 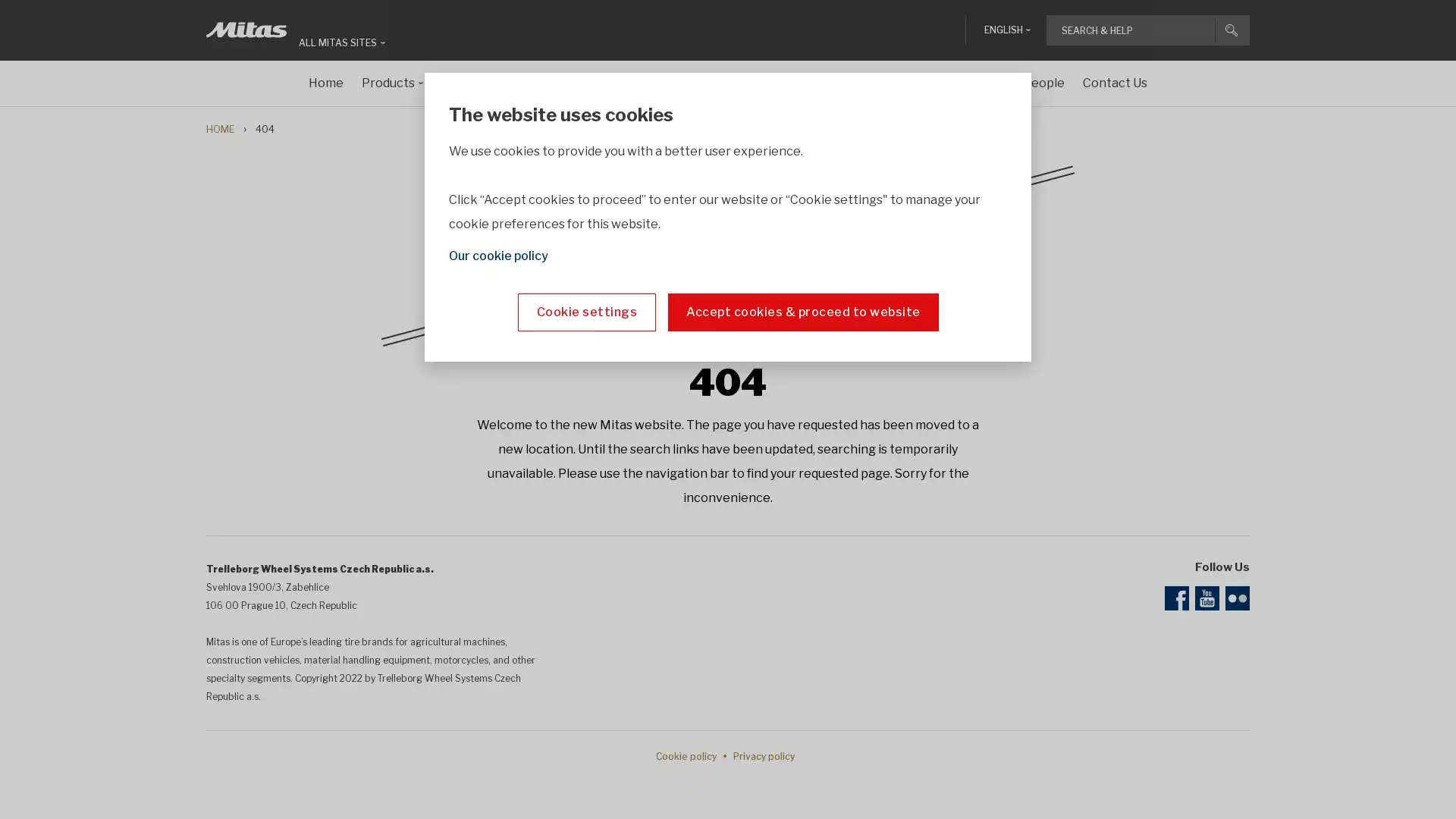 I want to click on Cookie settings, so click(x=585, y=311).